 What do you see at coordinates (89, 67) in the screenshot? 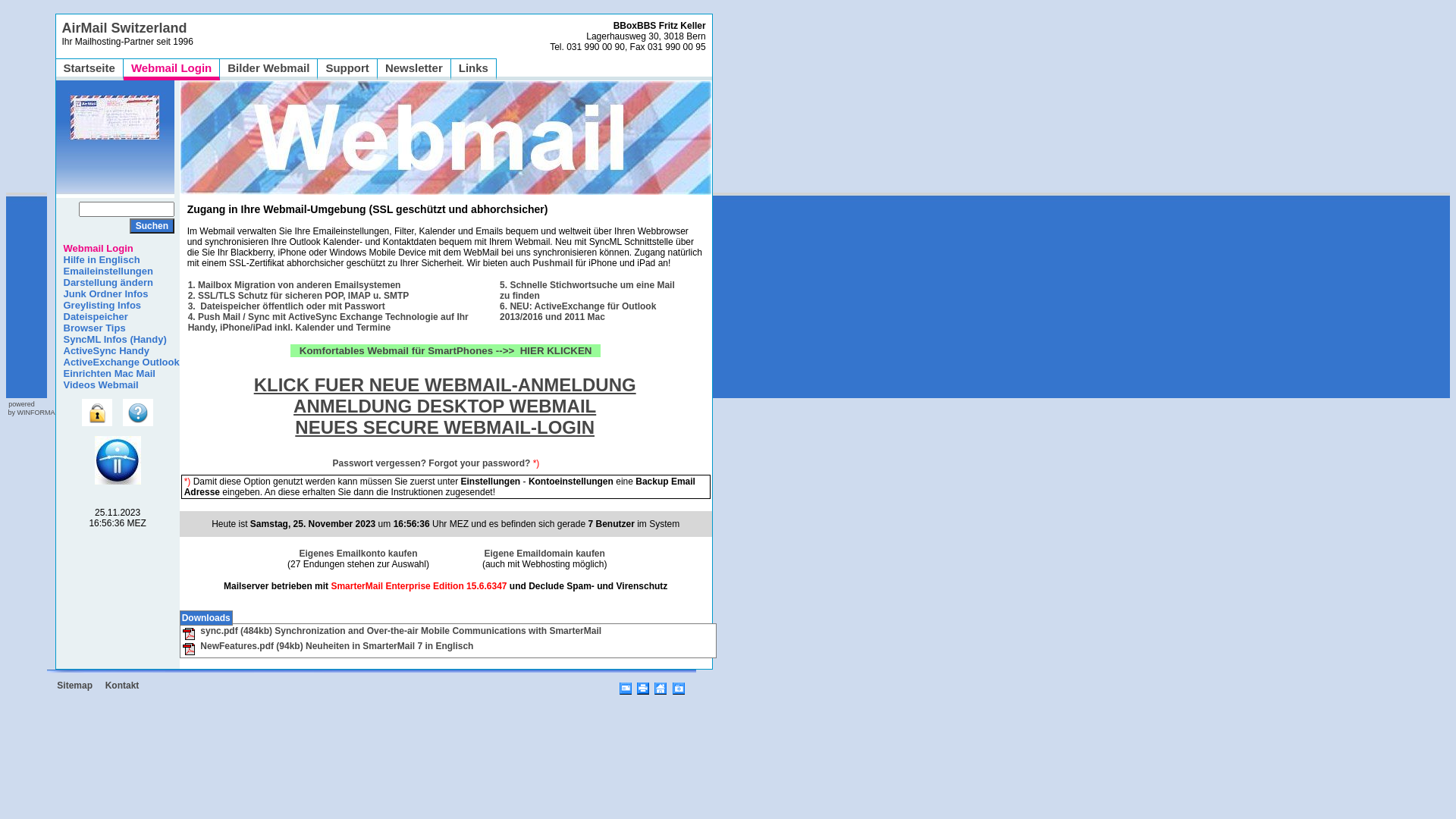
I see `'Startseite'` at bounding box center [89, 67].